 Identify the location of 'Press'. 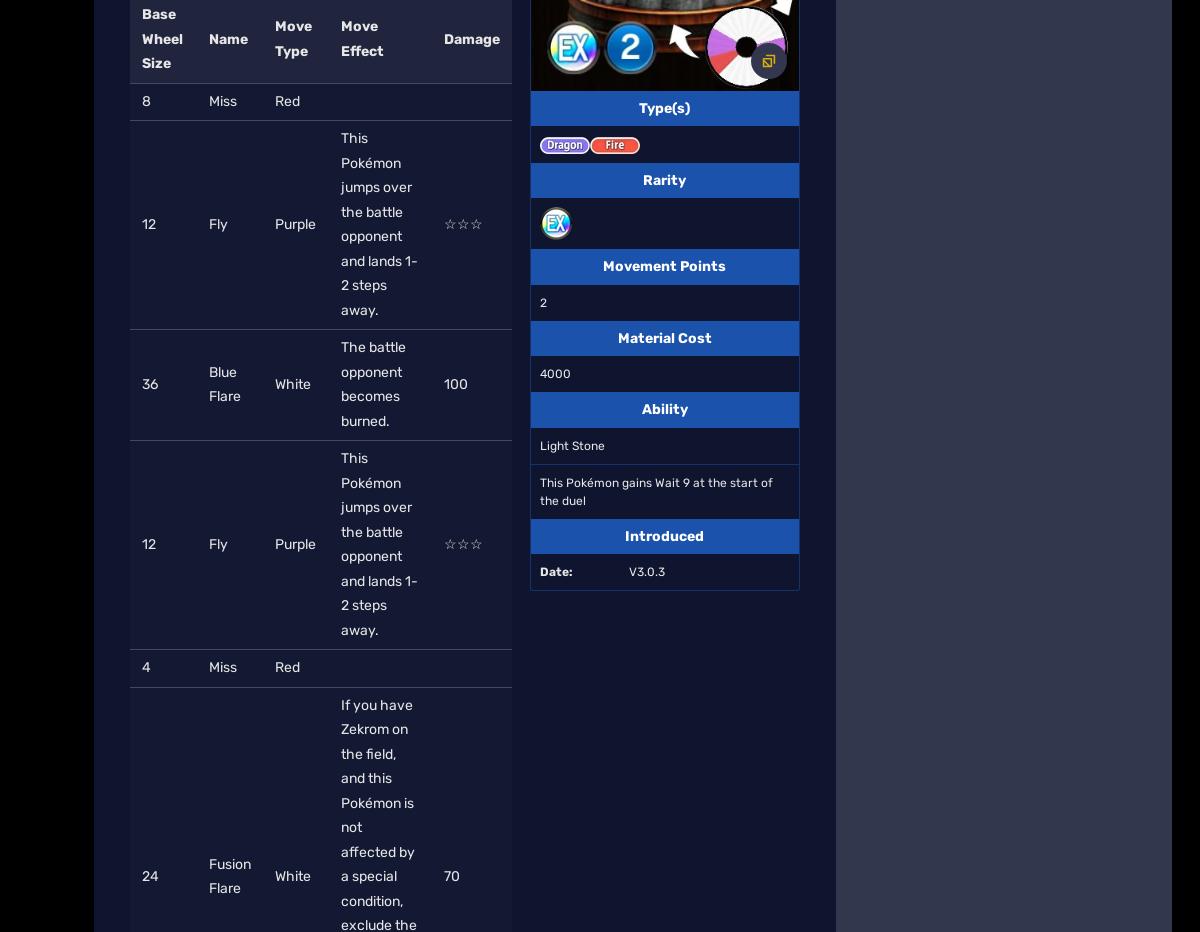
(410, 329).